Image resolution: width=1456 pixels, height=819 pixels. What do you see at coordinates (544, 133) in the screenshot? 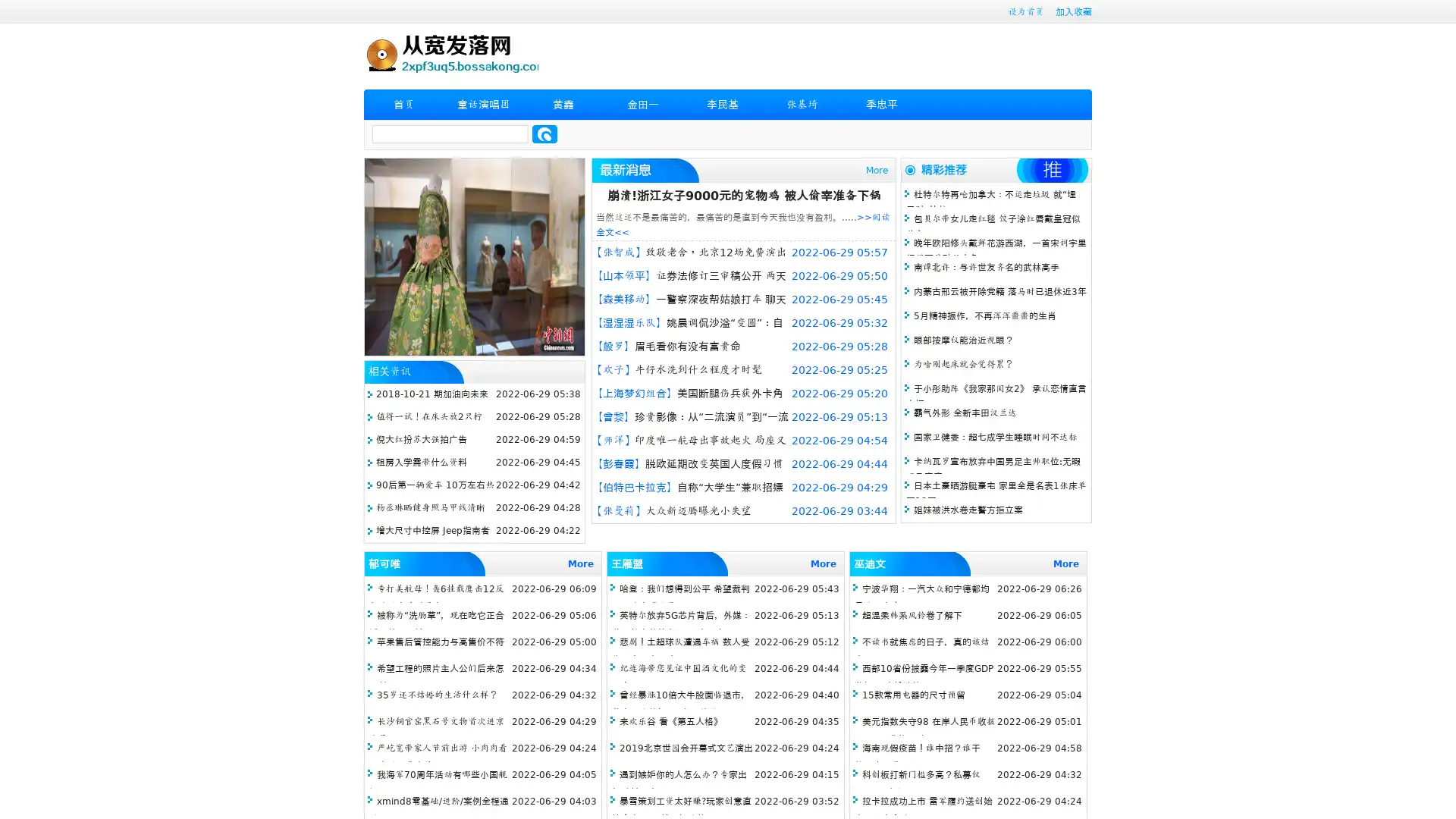
I see `Search` at bounding box center [544, 133].